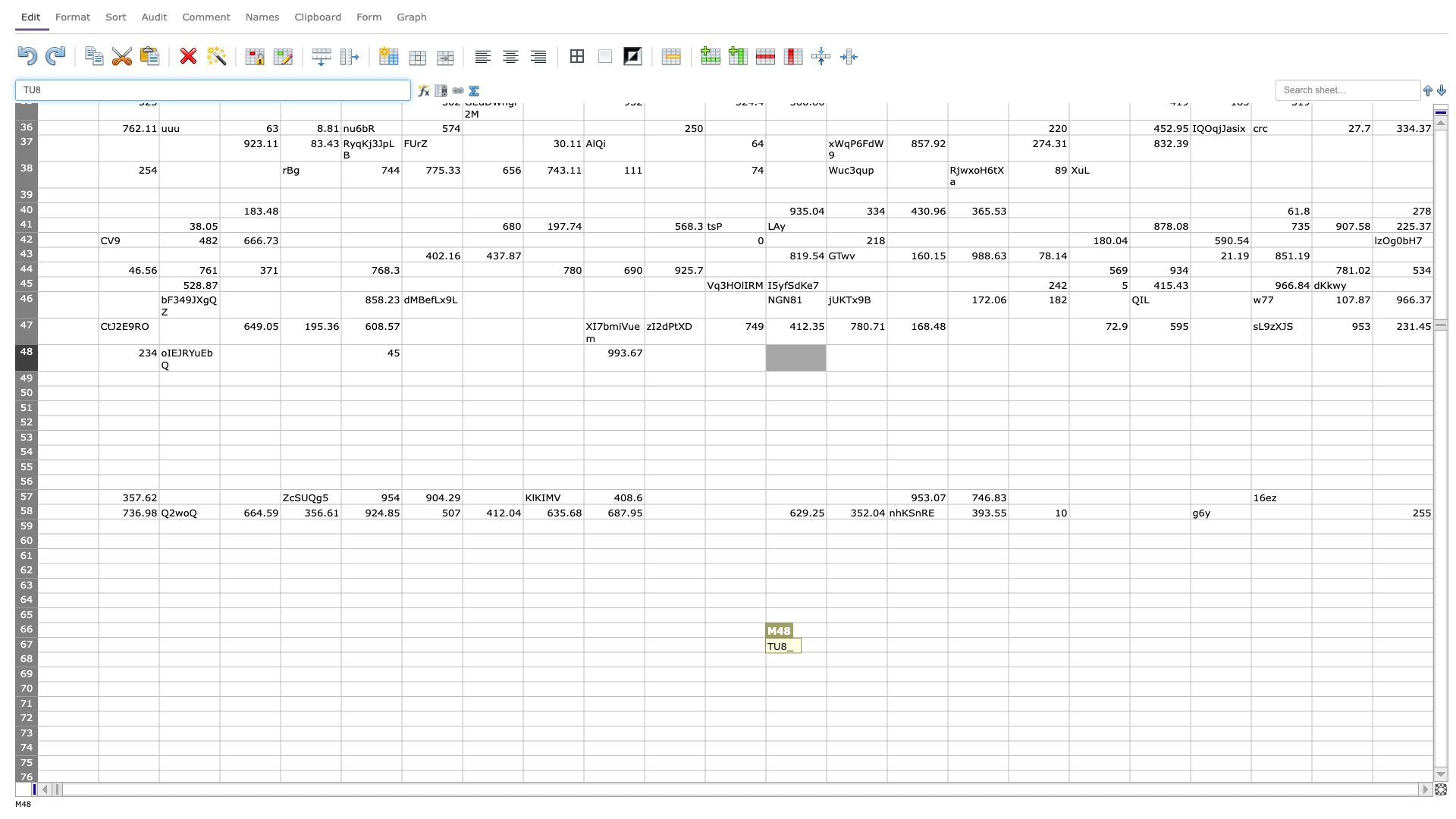 This screenshot has width=1456, height=819. What do you see at coordinates (887, 666) in the screenshot?
I see `Bottom right corner of N-68` at bounding box center [887, 666].